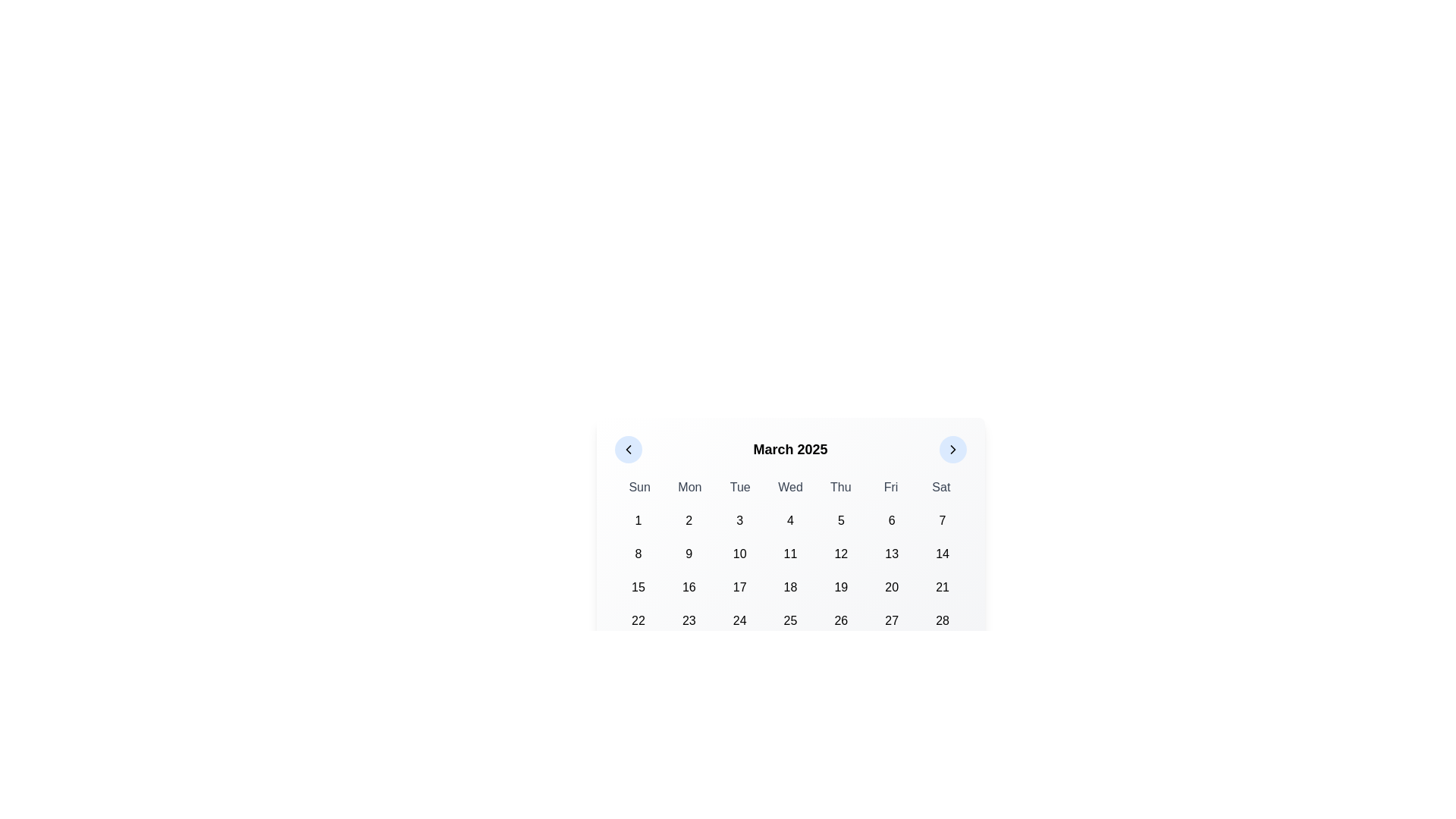  I want to click on the interactive day selector button for Thursday, which is the fifth entry, so click(840, 519).